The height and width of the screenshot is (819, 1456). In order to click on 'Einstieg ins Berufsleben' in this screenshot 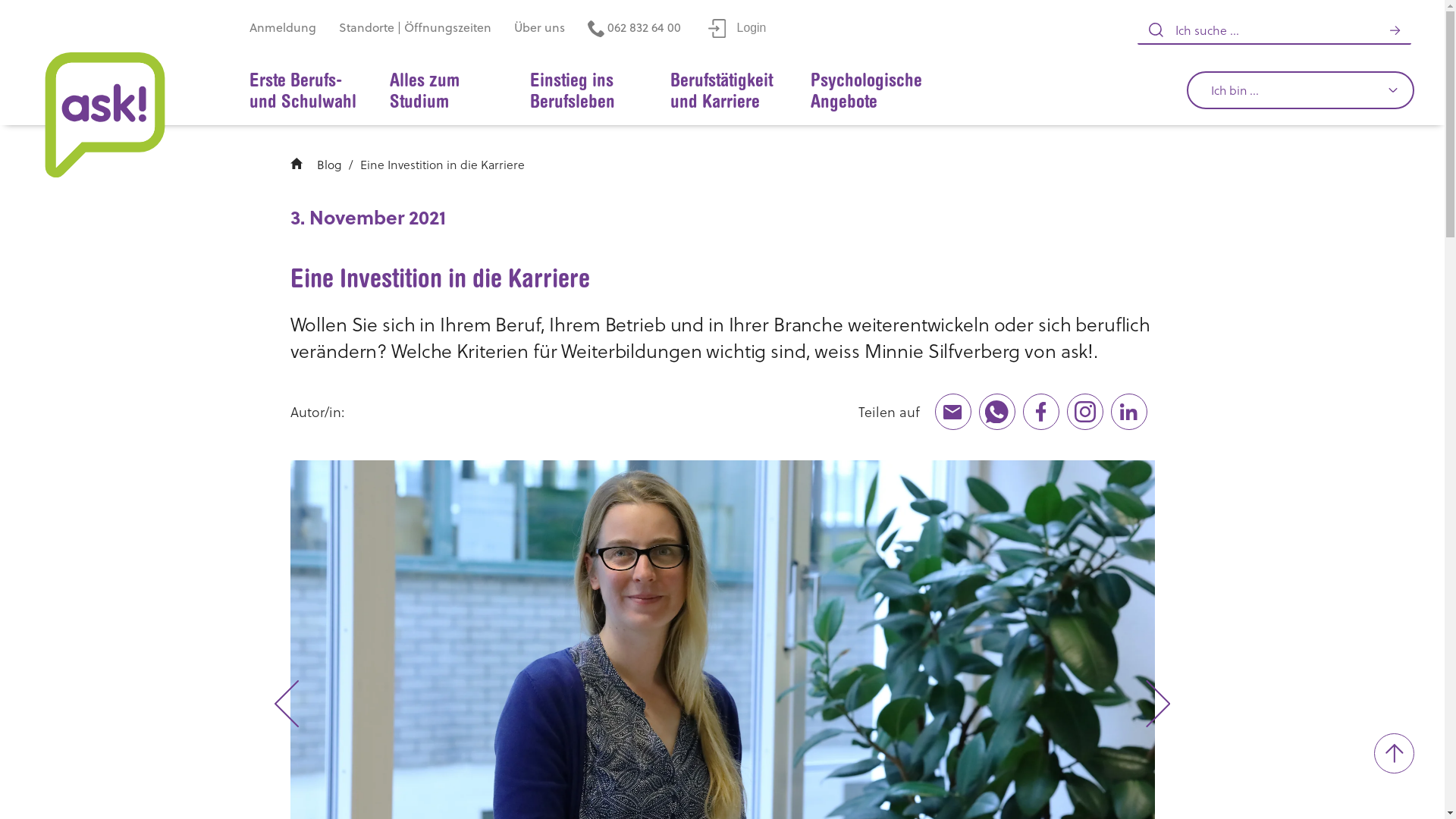, I will do `click(514, 91)`.